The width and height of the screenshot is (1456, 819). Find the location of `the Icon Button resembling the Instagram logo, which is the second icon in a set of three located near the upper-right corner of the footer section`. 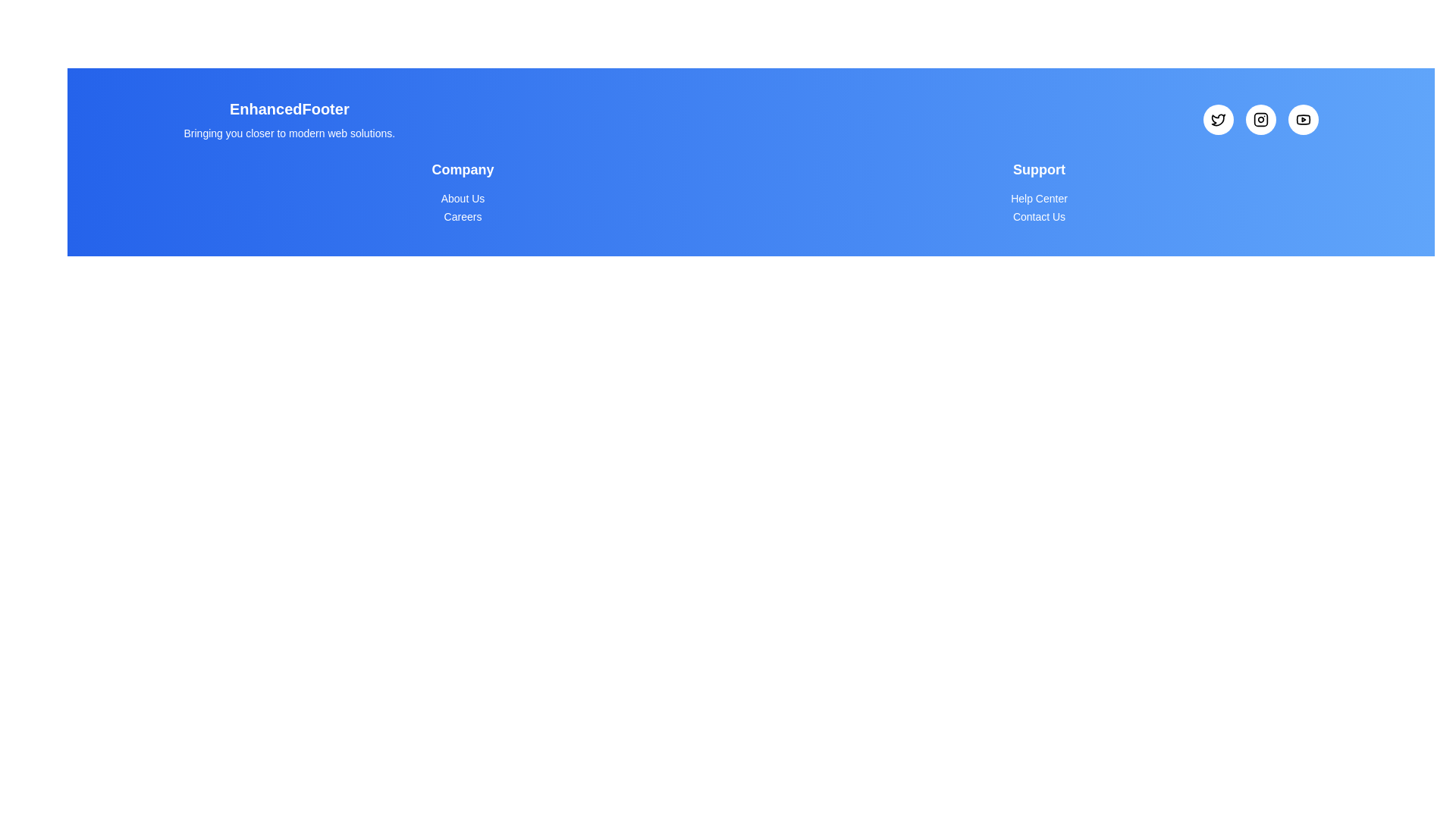

the Icon Button resembling the Instagram logo, which is the second icon in a set of three located near the upper-right corner of the footer section is located at coordinates (1260, 119).